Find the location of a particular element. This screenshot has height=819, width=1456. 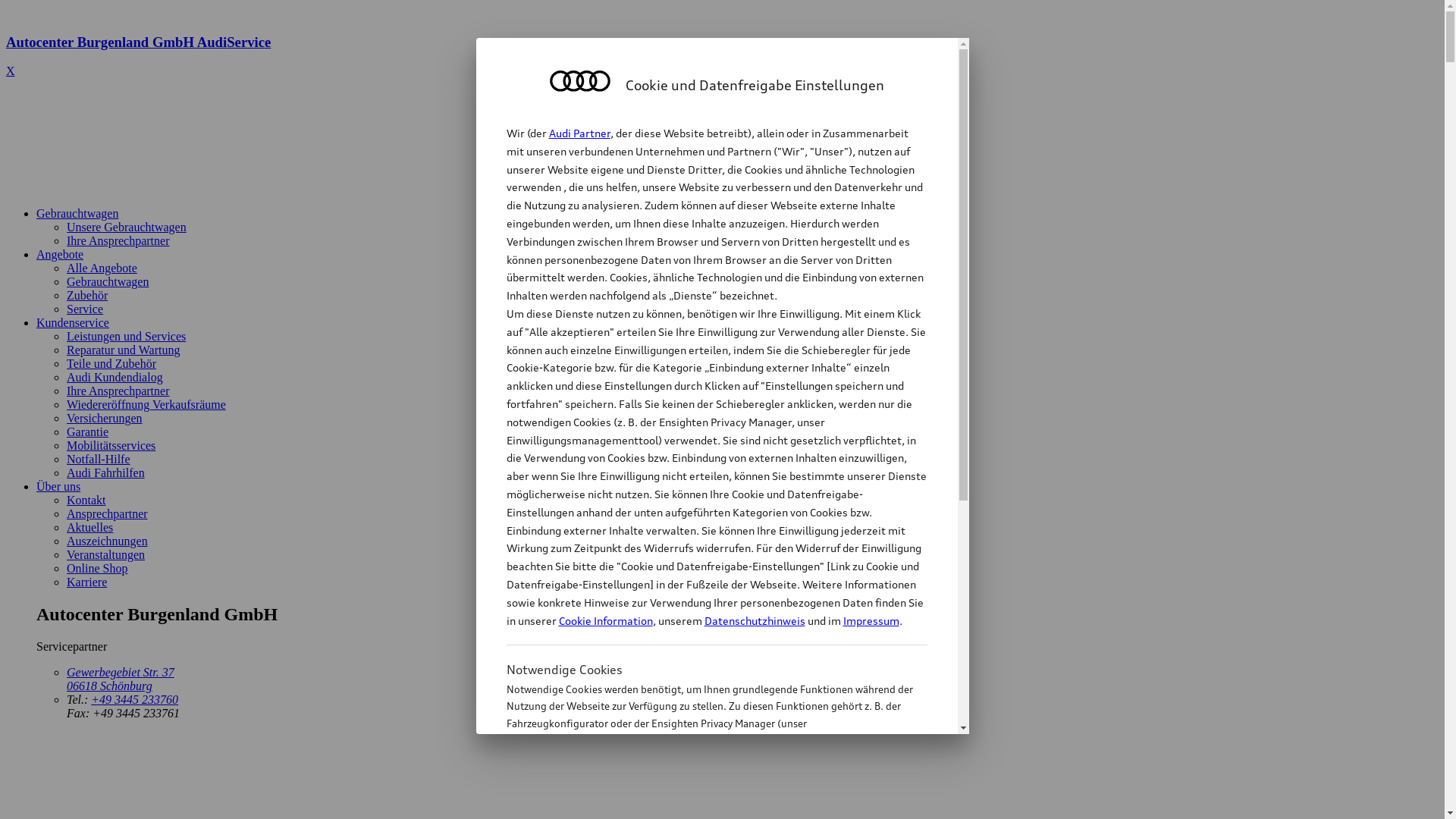

'Audi Partner' is located at coordinates (579, 132).